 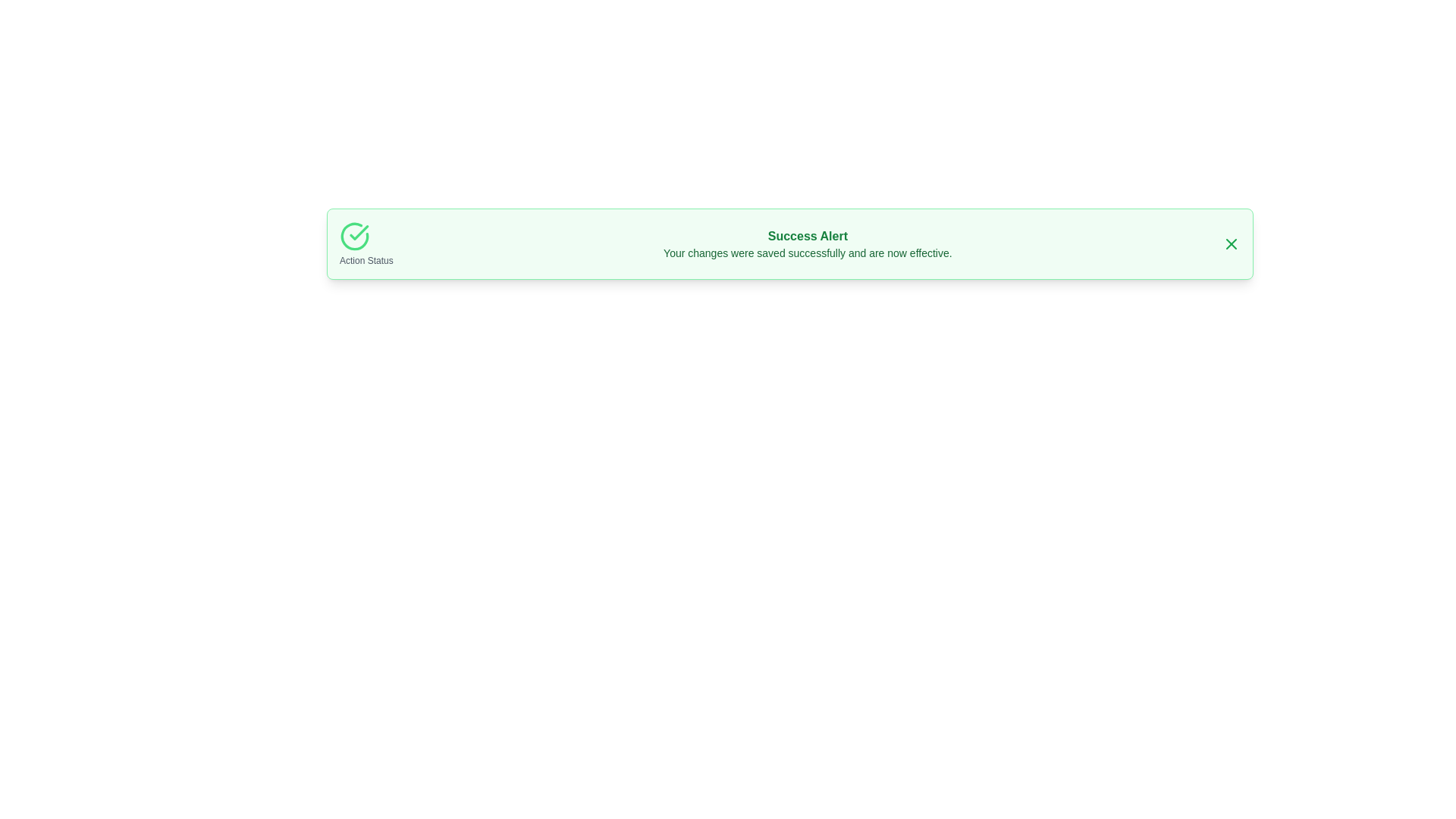 I want to click on close button to dismiss the notification, so click(x=1231, y=243).